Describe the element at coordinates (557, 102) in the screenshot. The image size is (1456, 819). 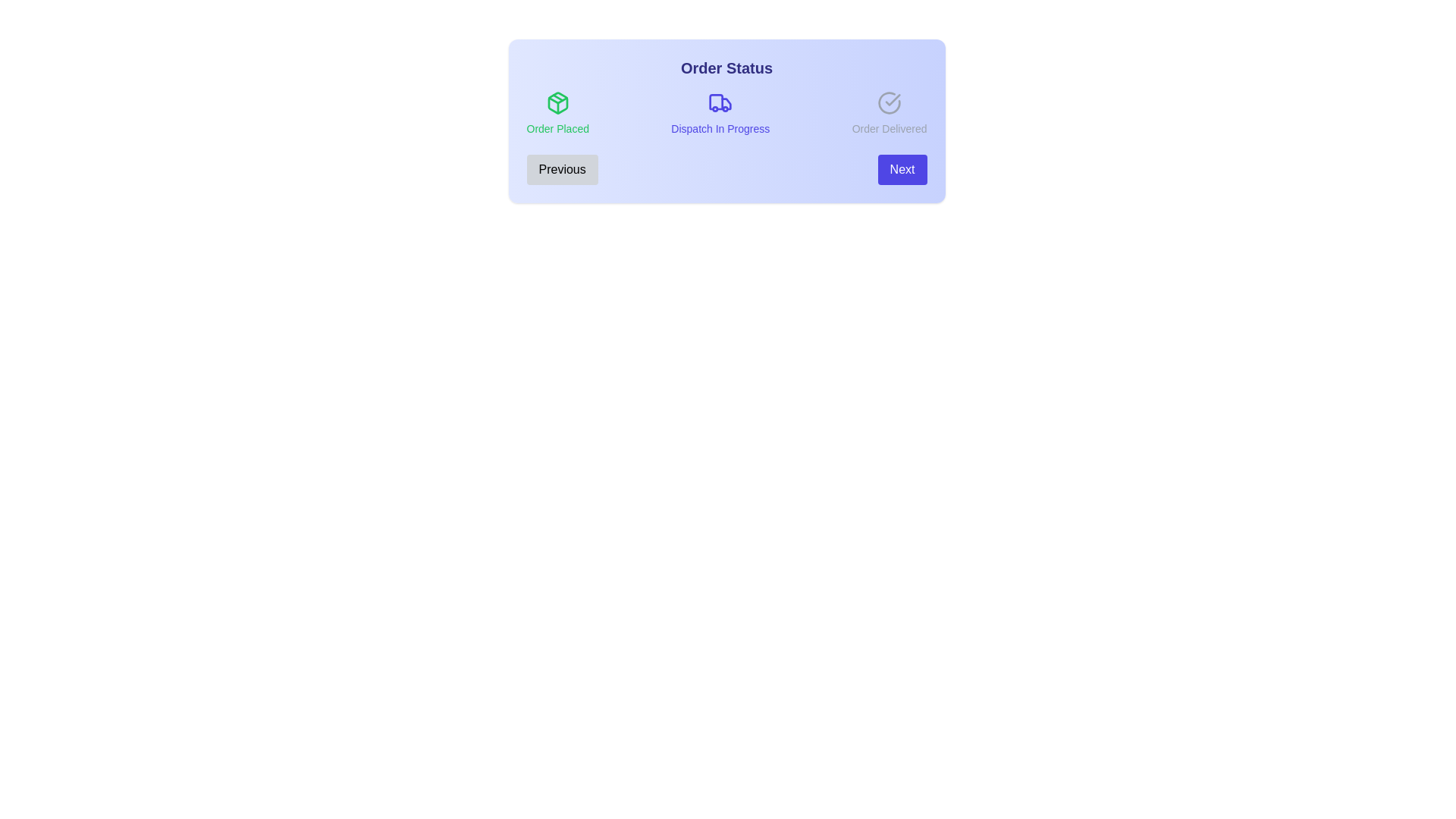
I see `the 'Order Placed' status indicator SVG, which is the first icon in the order processing timeline located under the text 'Order Placed'` at that location.